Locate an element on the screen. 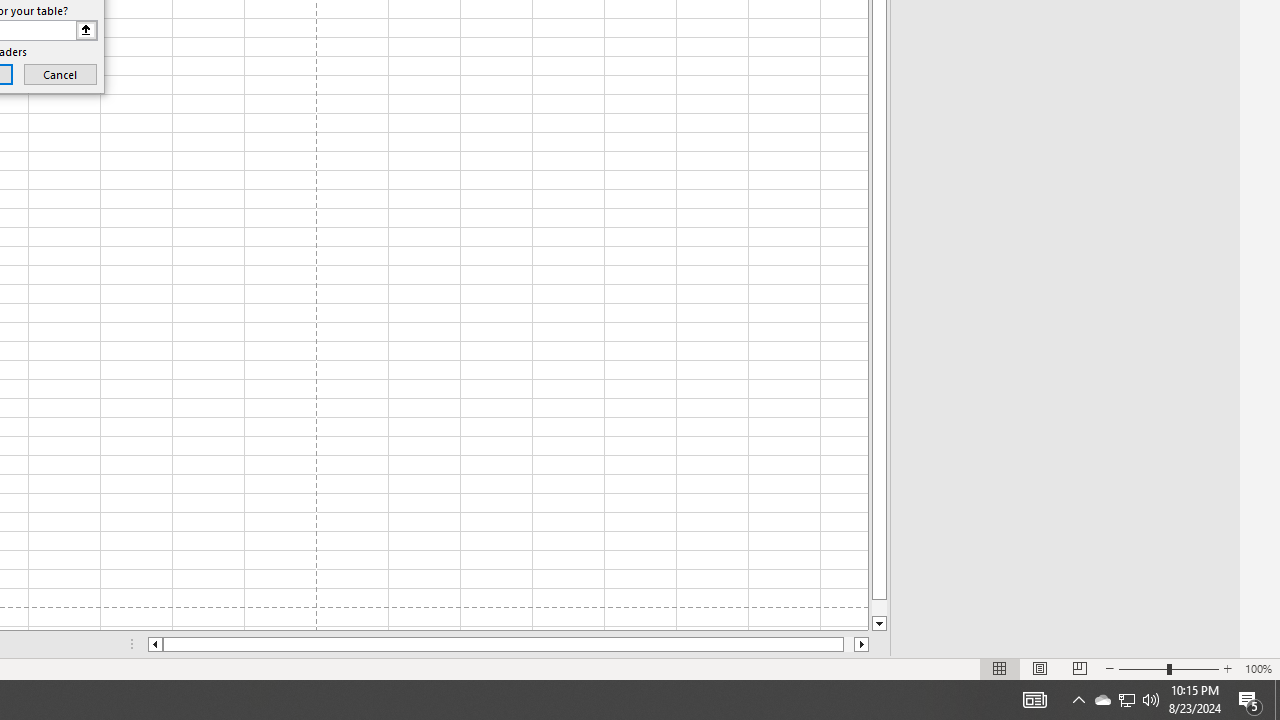 The height and width of the screenshot is (720, 1280). 'Page down' is located at coordinates (879, 607).